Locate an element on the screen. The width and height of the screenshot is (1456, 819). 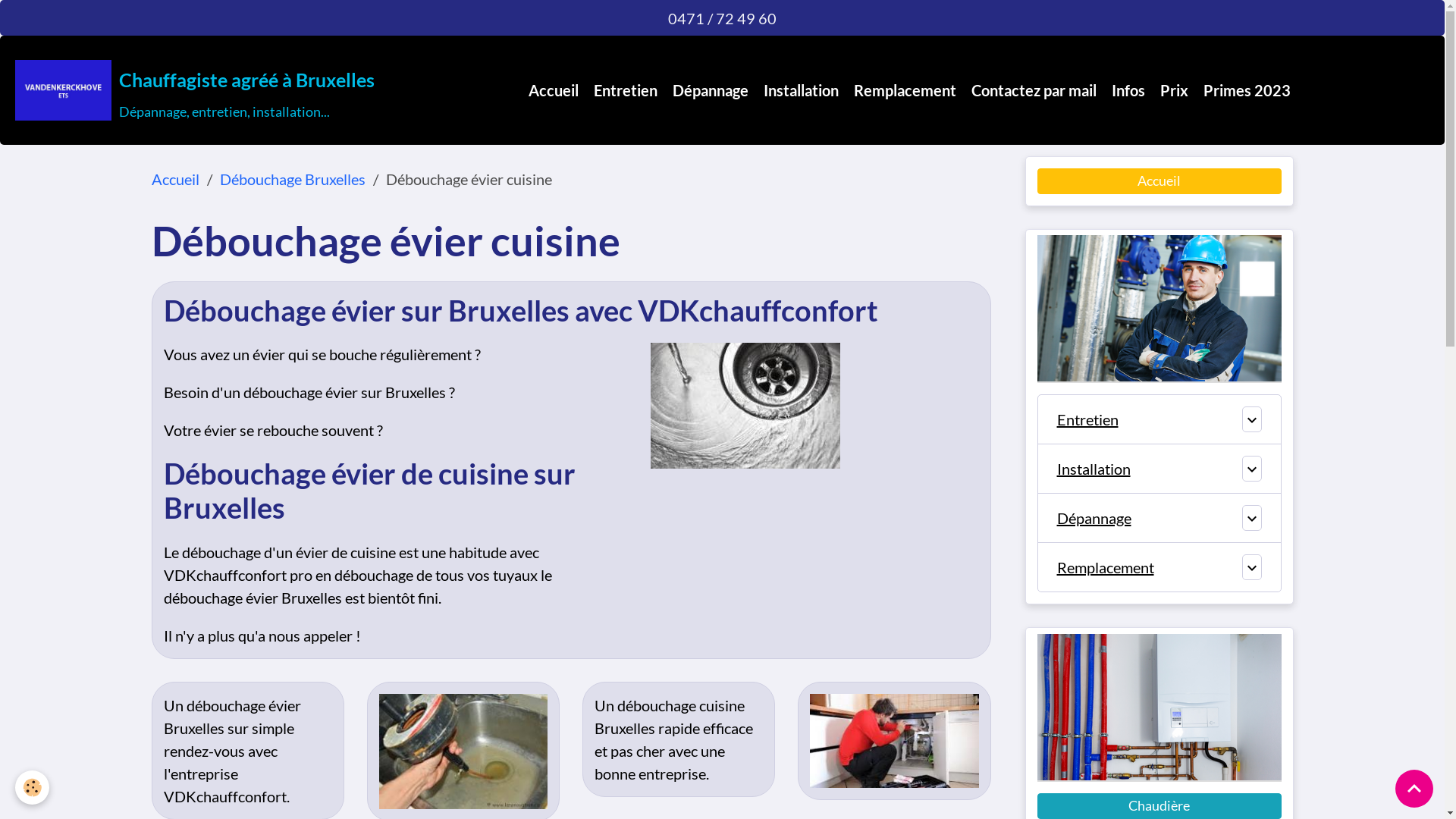
'Contactez par mail' is located at coordinates (1033, 90).